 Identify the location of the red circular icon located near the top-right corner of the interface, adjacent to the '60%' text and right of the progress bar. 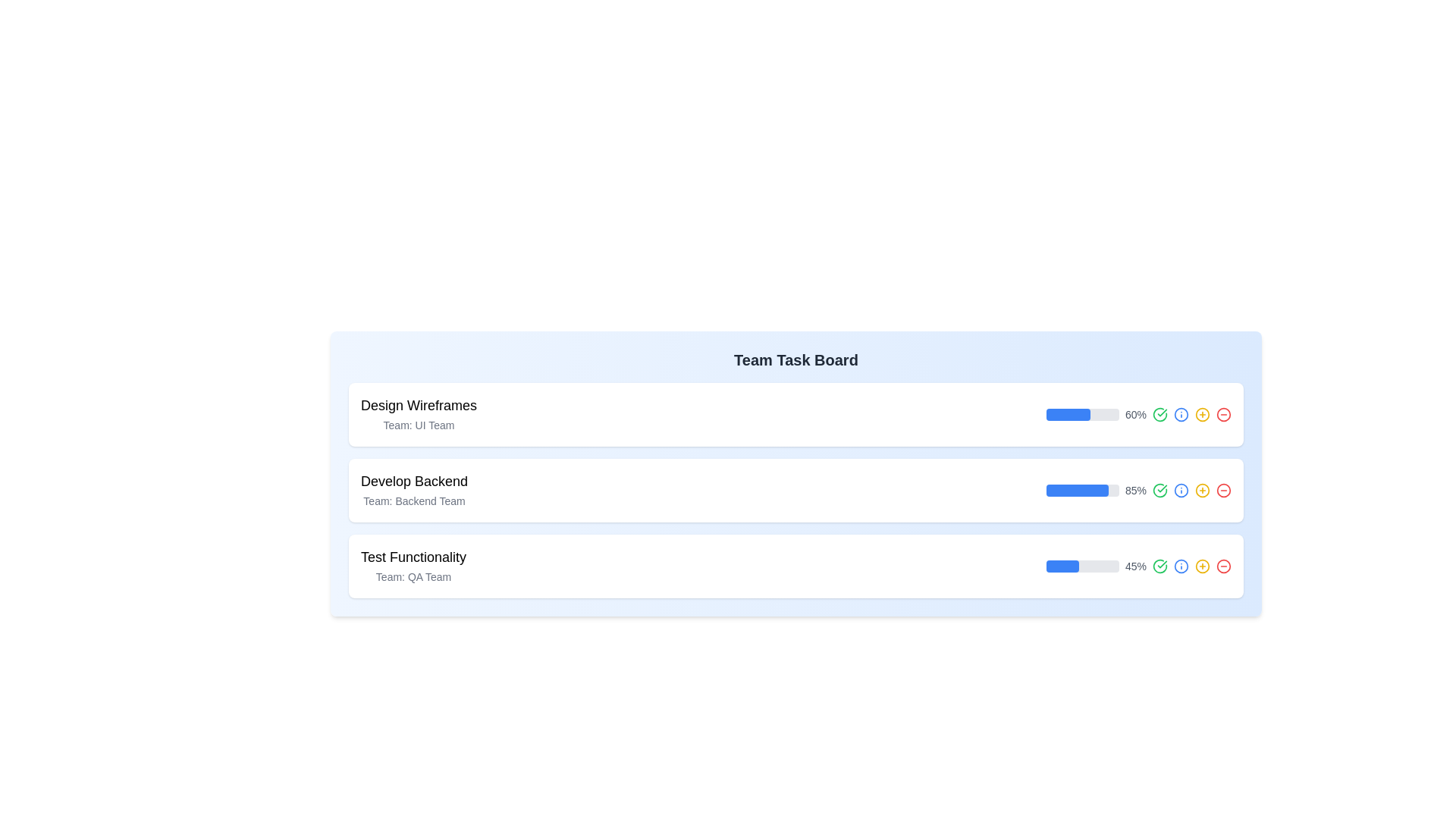
(1223, 415).